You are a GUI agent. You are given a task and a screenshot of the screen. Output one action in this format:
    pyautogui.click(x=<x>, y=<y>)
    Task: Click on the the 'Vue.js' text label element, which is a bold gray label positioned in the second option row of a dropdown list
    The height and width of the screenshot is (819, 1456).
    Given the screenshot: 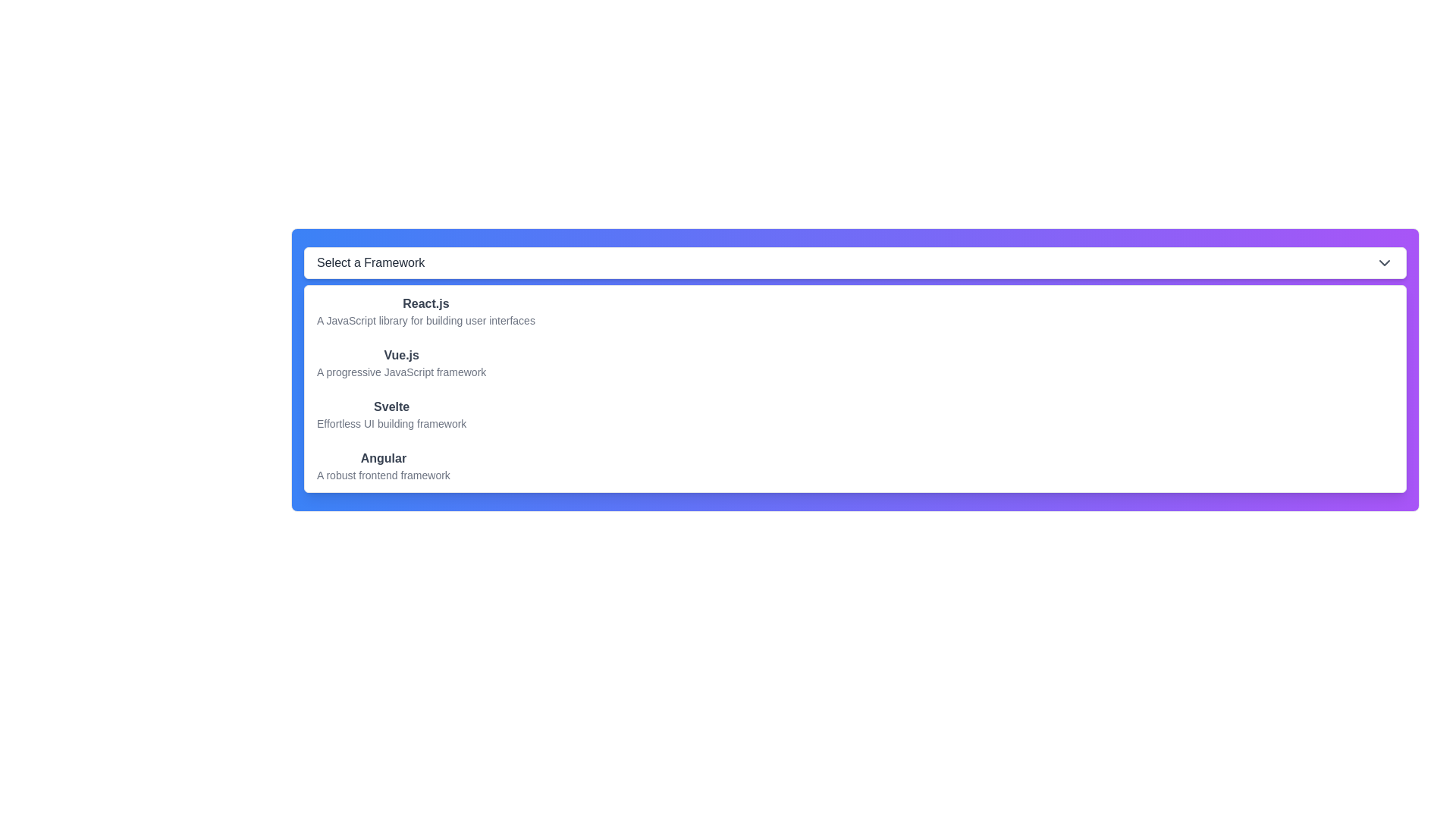 What is the action you would take?
    pyautogui.click(x=401, y=356)
    